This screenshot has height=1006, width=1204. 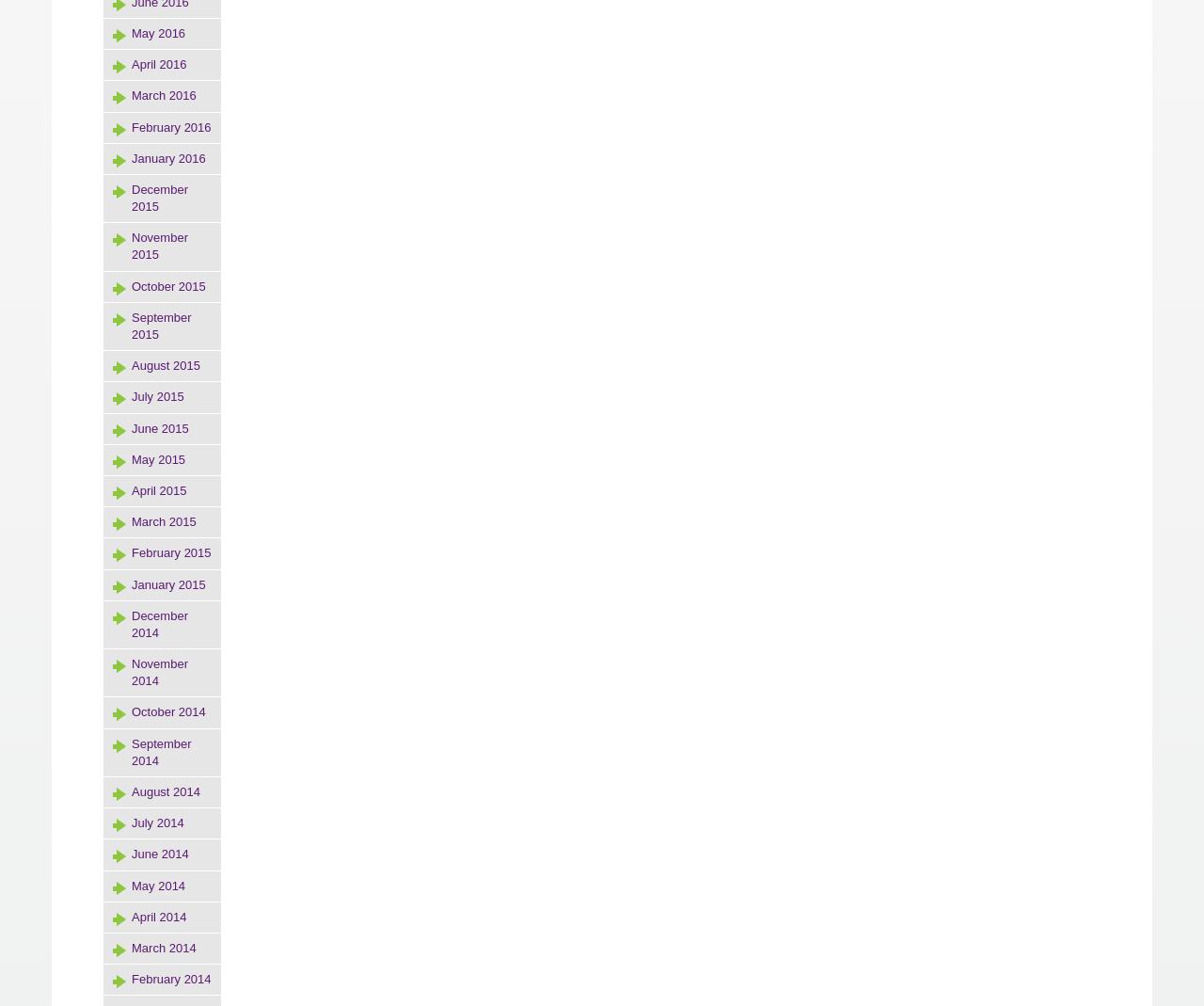 What do you see at coordinates (158, 31) in the screenshot?
I see `'May 2016'` at bounding box center [158, 31].